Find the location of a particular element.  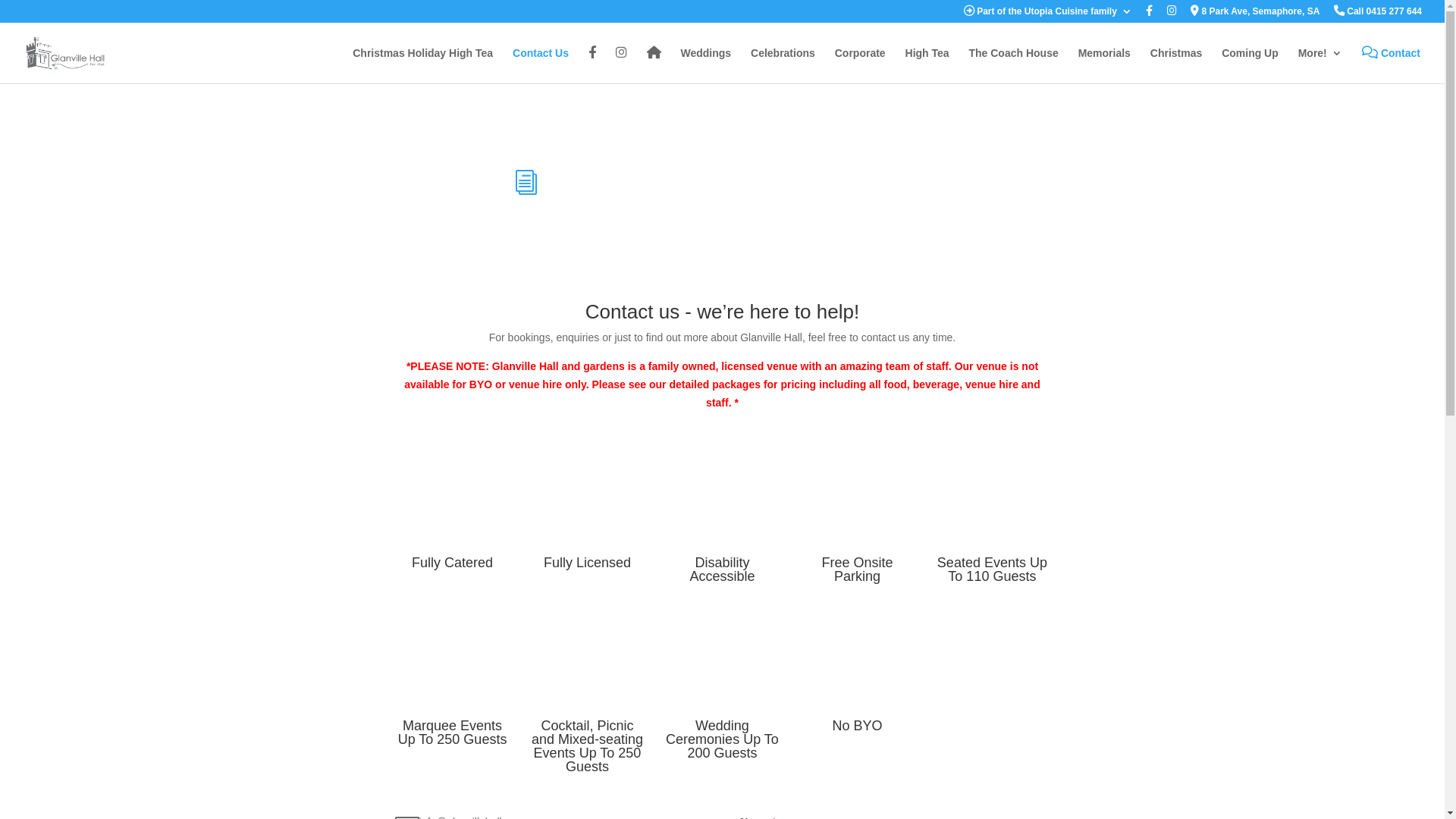

'More!' is located at coordinates (1319, 64).